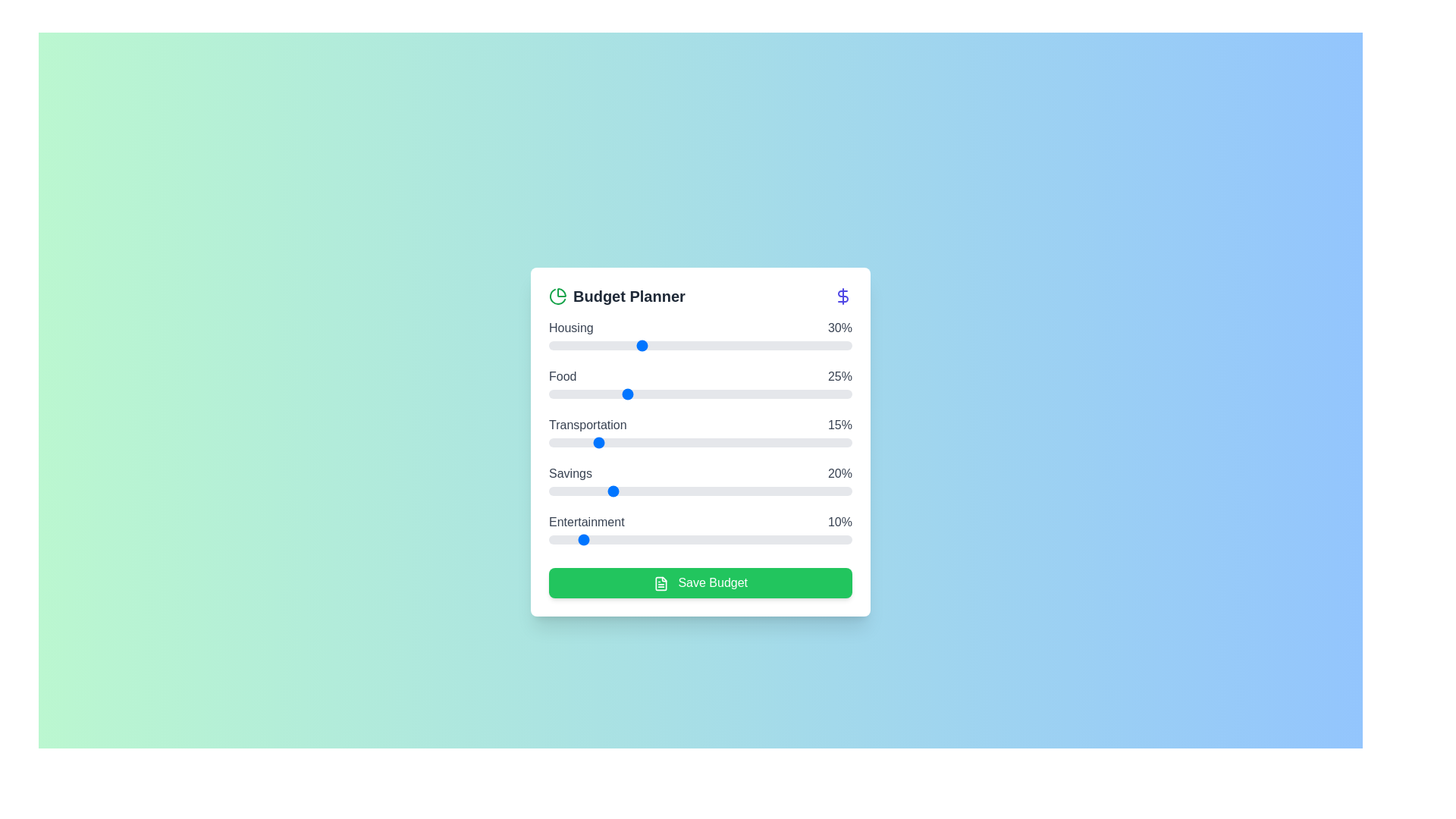 The height and width of the screenshot is (819, 1456). Describe the element at coordinates (673, 539) in the screenshot. I see `the slider for 'Entertainment' to set its percentage to 41` at that location.